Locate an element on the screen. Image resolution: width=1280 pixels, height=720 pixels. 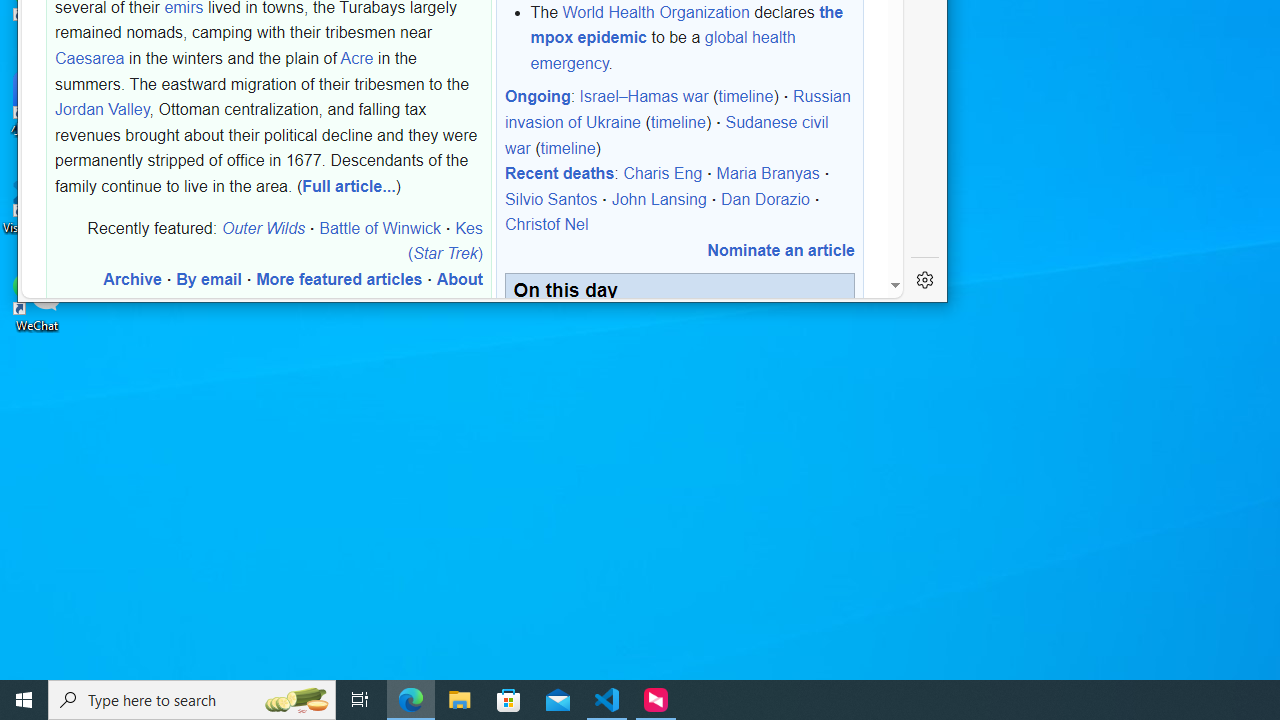
'Microsoft Store' is located at coordinates (509, 698).